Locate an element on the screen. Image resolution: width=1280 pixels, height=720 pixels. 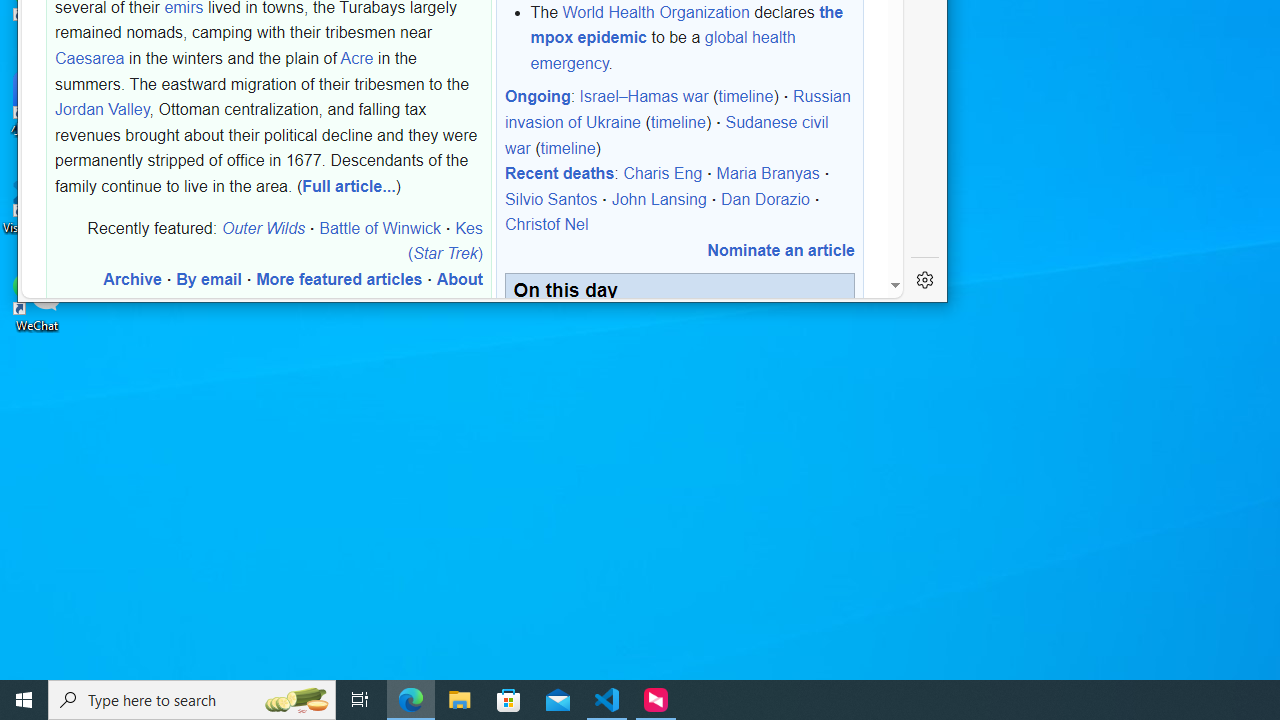
'Microsoft Store' is located at coordinates (509, 698).